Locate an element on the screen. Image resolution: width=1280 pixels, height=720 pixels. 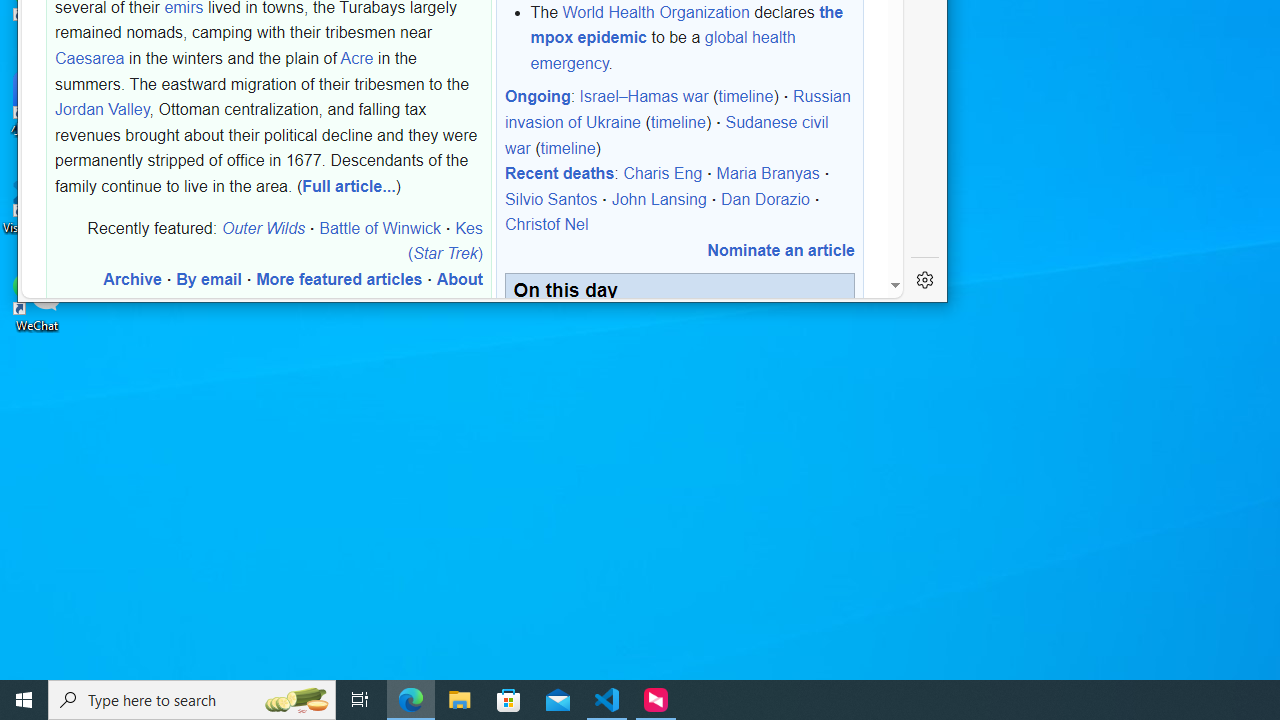
'Microsoft Store' is located at coordinates (509, 698).